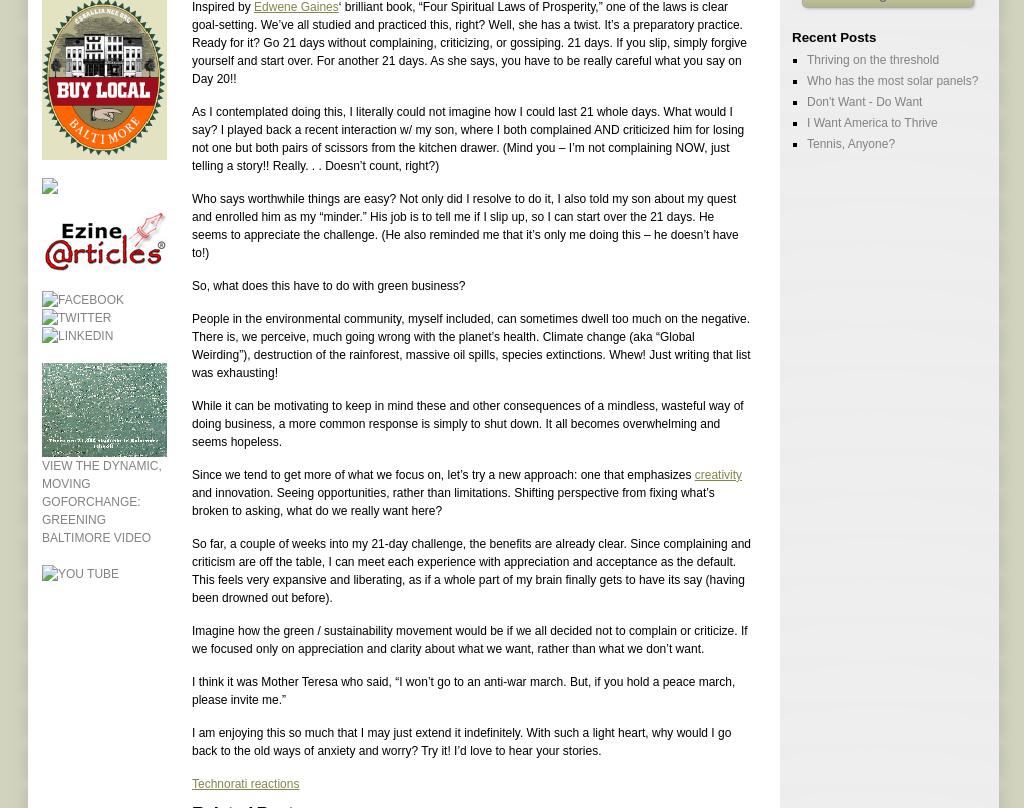 The image size is (1024, 808). What do you see at coordinates (872, 60) in the screenshot?
I see `'Thriving on the threshold'` at bounding box center [872, 60].